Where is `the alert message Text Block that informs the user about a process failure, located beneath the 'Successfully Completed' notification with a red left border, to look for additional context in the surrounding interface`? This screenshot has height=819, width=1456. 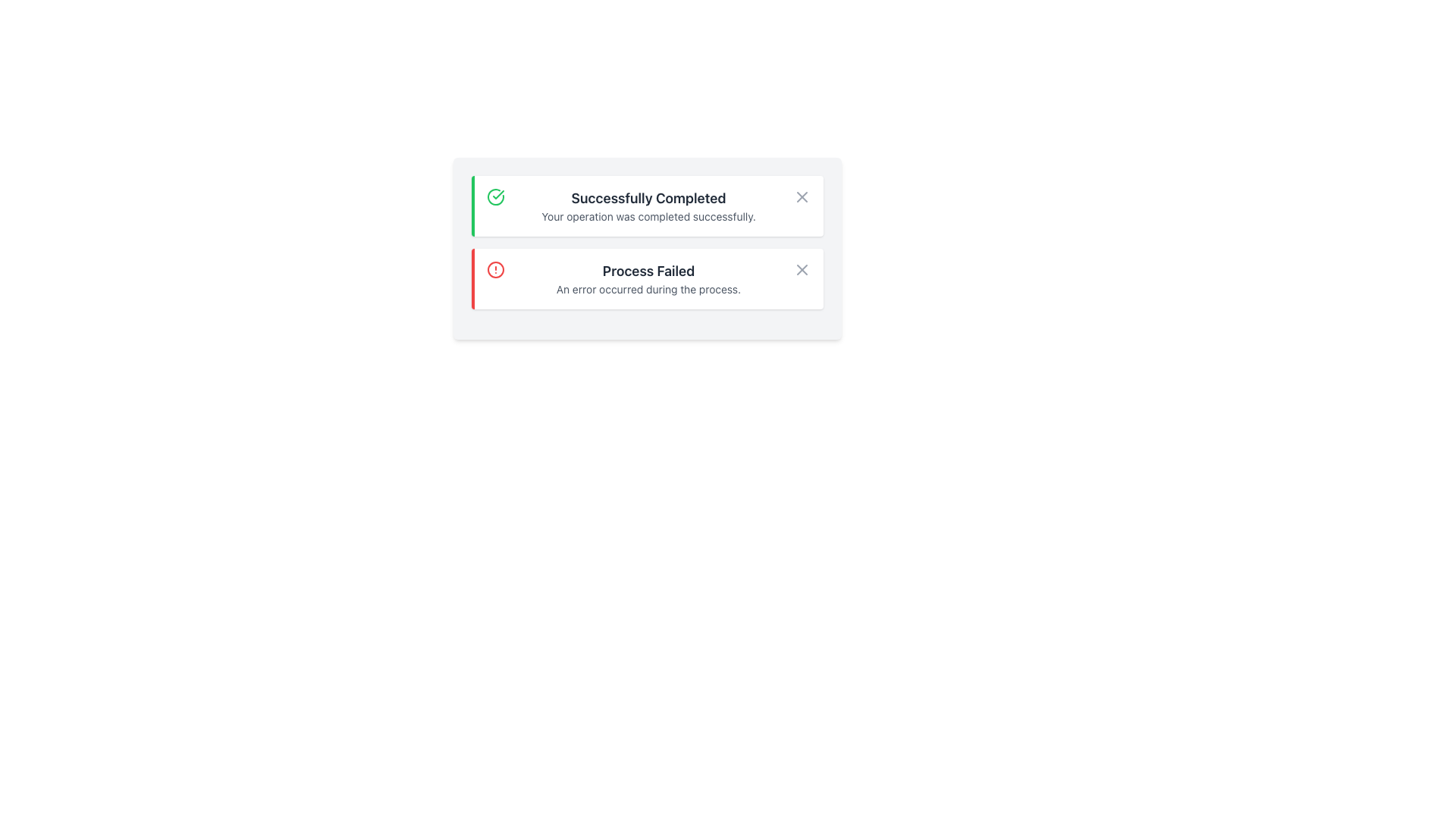 the alert message Text Block that informs the user about a process failure, located beneath the 'Successfully Completed' notification with a red left border, to look for additional context in the surrounding interface is located at coordinates (648, 278).